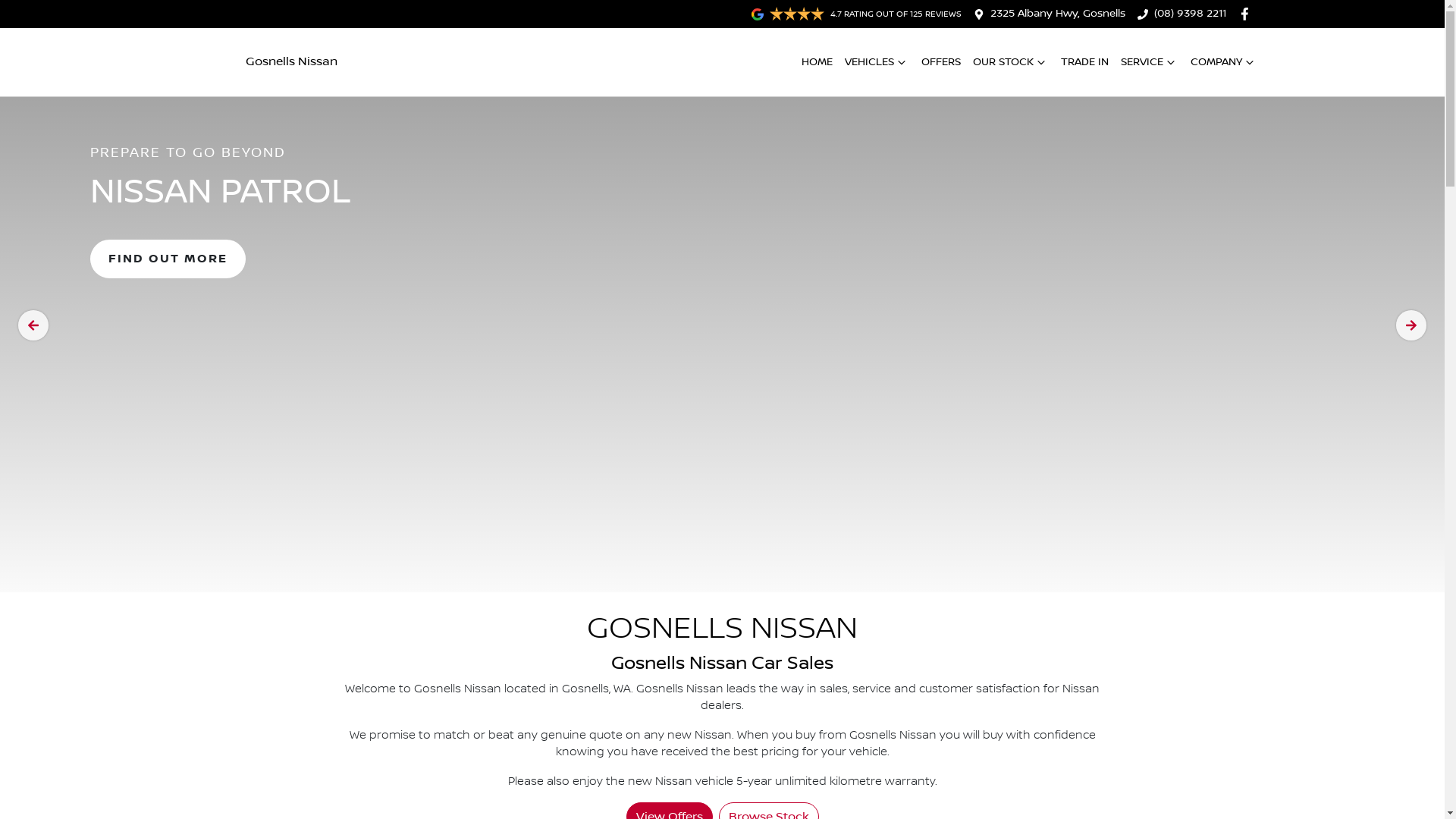  What do you see at coordinates (1057, 14) in the screenshot?
I see `'2325 Albany Hwy, Gosnells'` at bounding box center [1057, 14].